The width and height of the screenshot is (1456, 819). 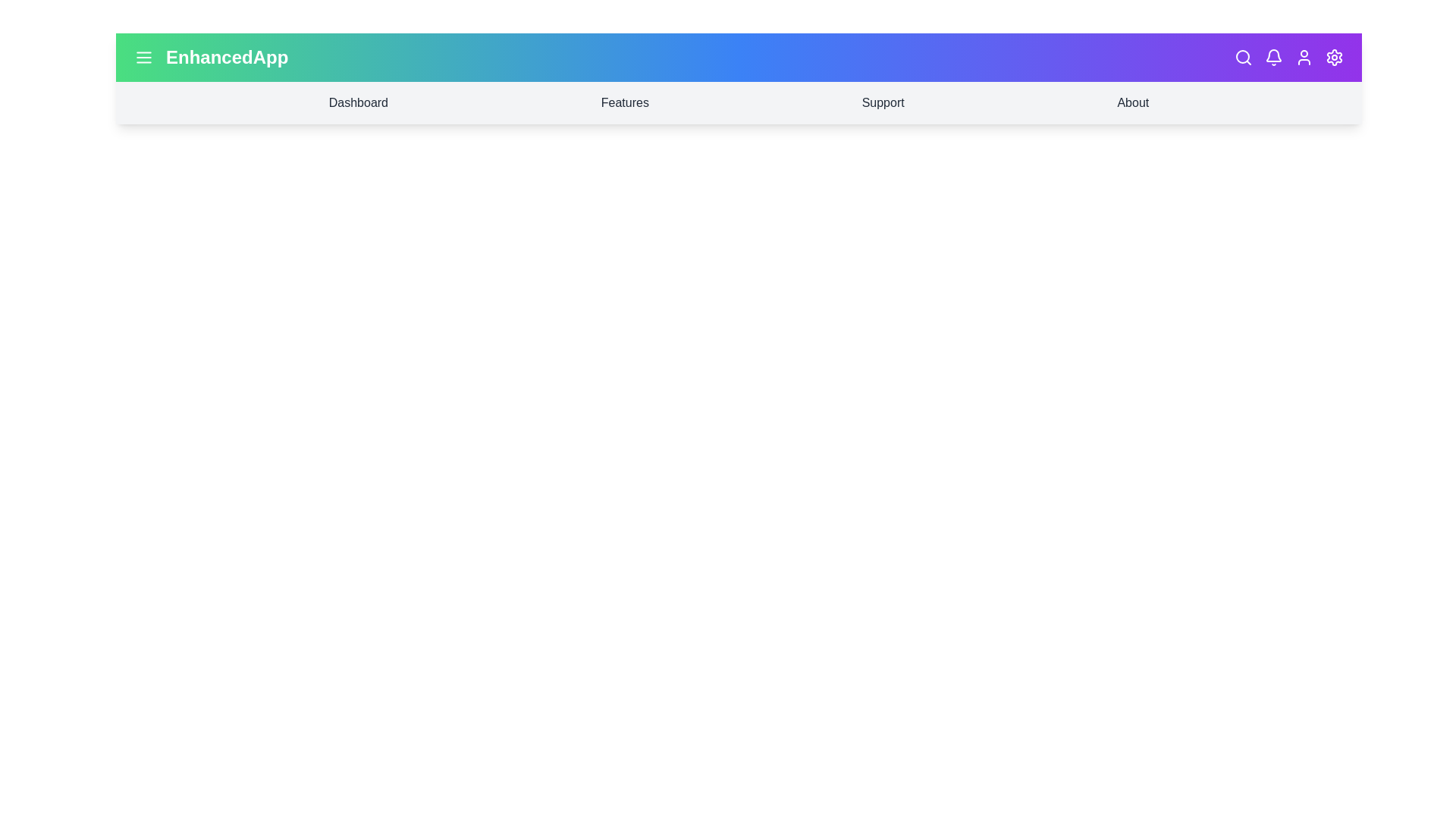 What do you see at coordinates (226, 57) in the screenshot?
I see `the EnhancedApp title by moving the cursor to its center position` at bounding box center [226, 57].